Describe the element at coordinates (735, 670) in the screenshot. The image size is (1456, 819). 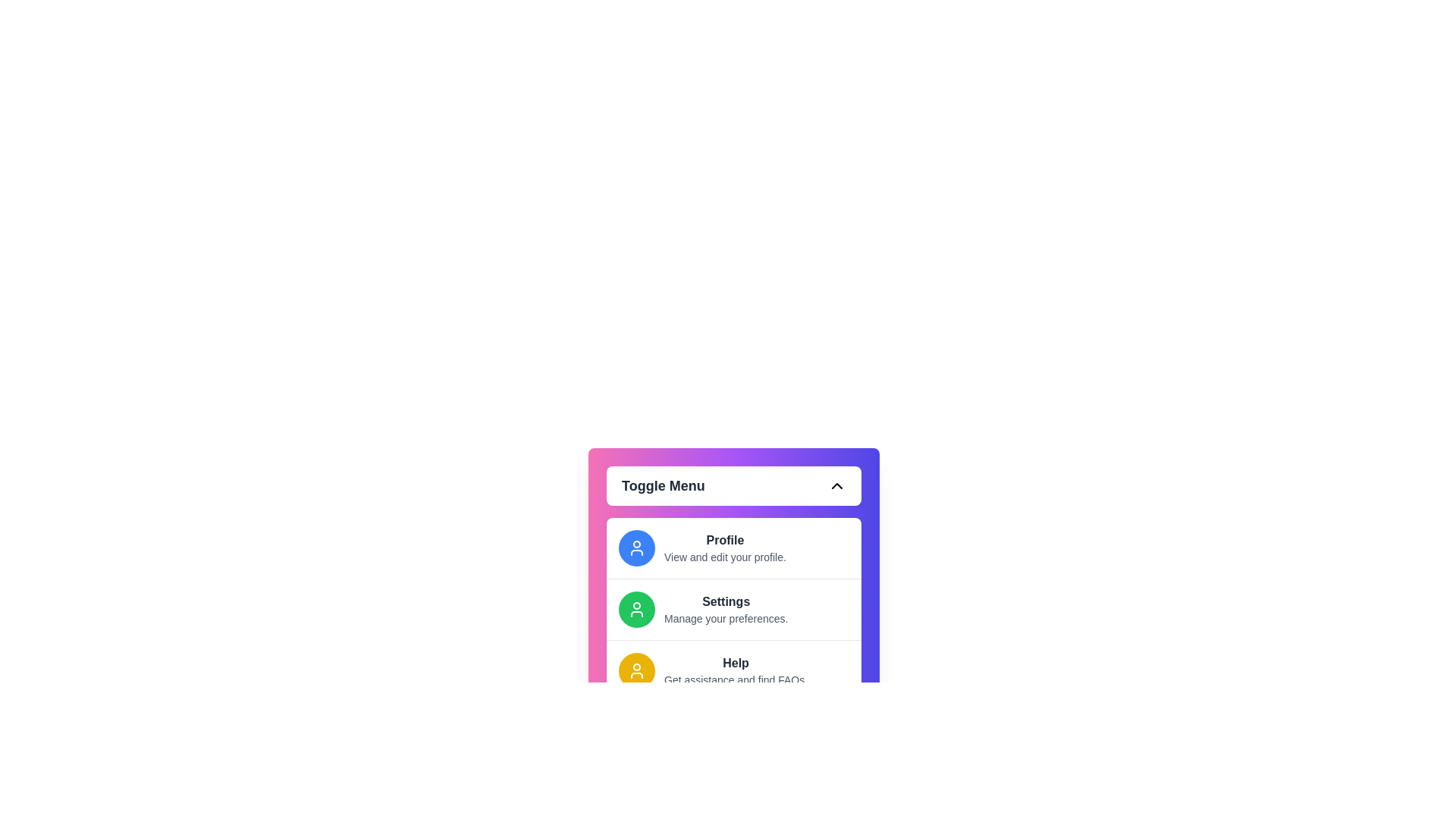
I see `the 'Help' menu item to interact with it` at that location.